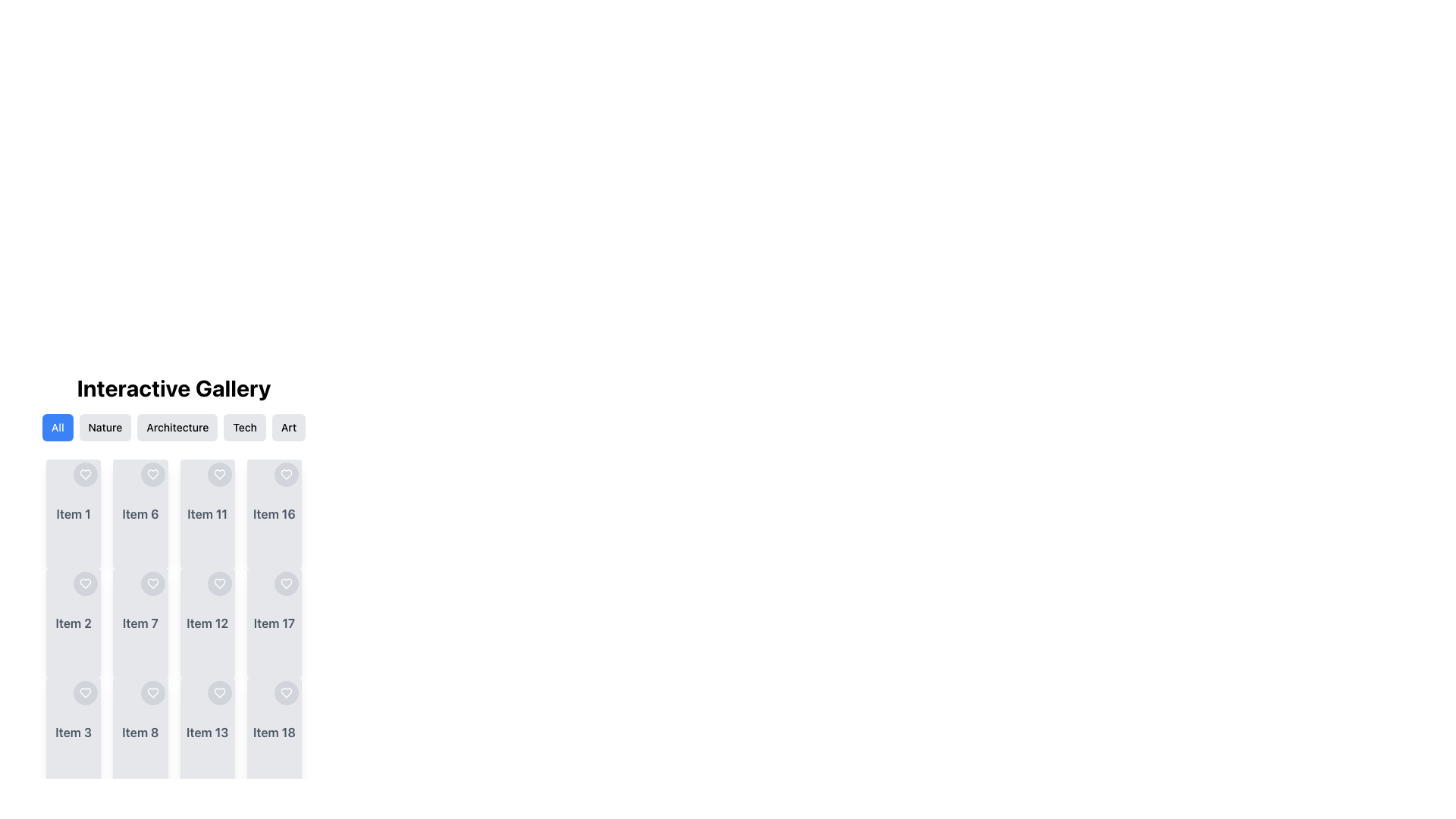 This screenshot has height=819, width=1456. I want to click on the Card element, which is the third item in the first column of a four-column grid layout, displaying information or representing an item, so click(73, 731).